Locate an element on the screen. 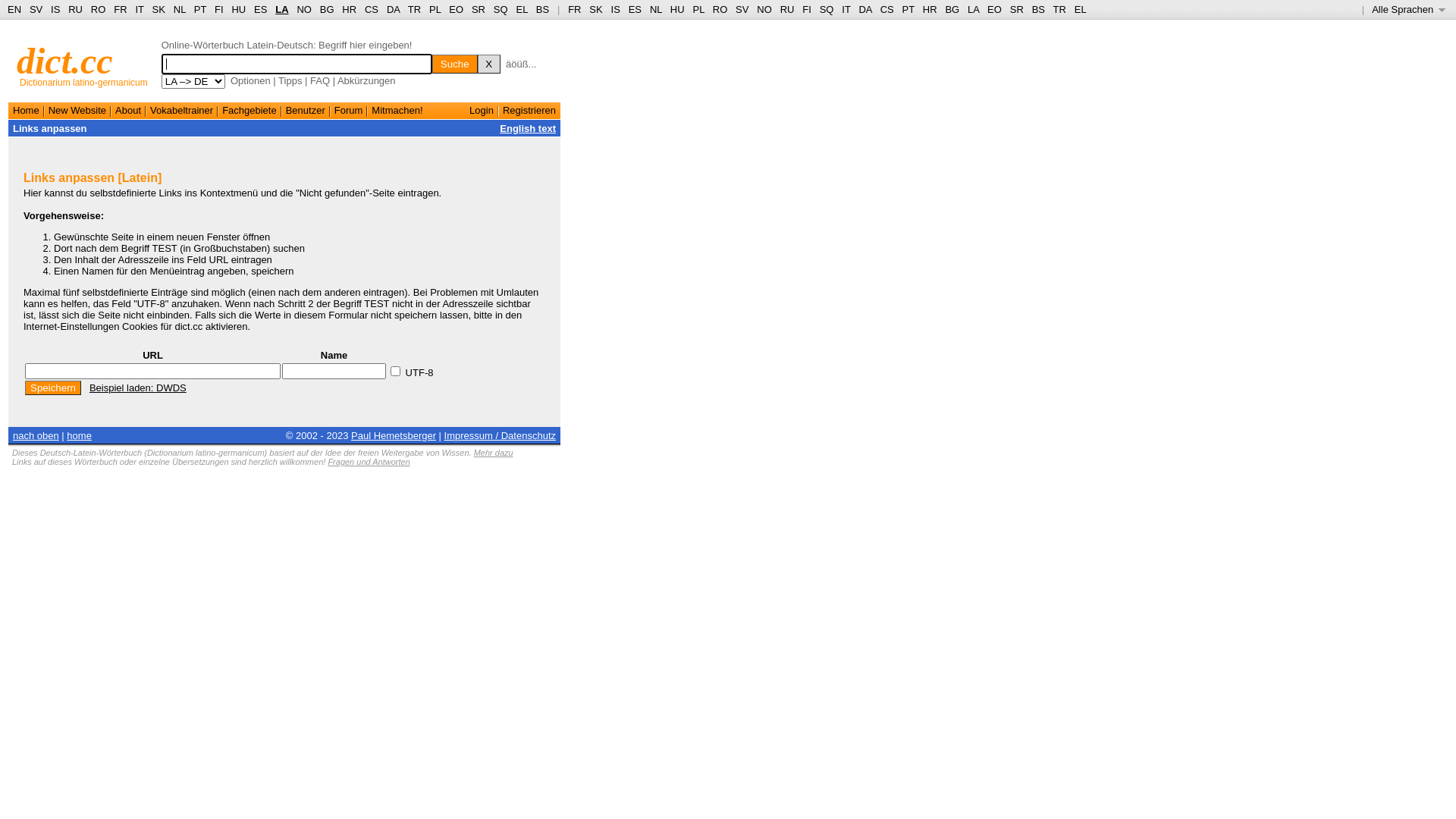 The image size is (1456, 819). 'CS' is located at coordinates (887, 9).